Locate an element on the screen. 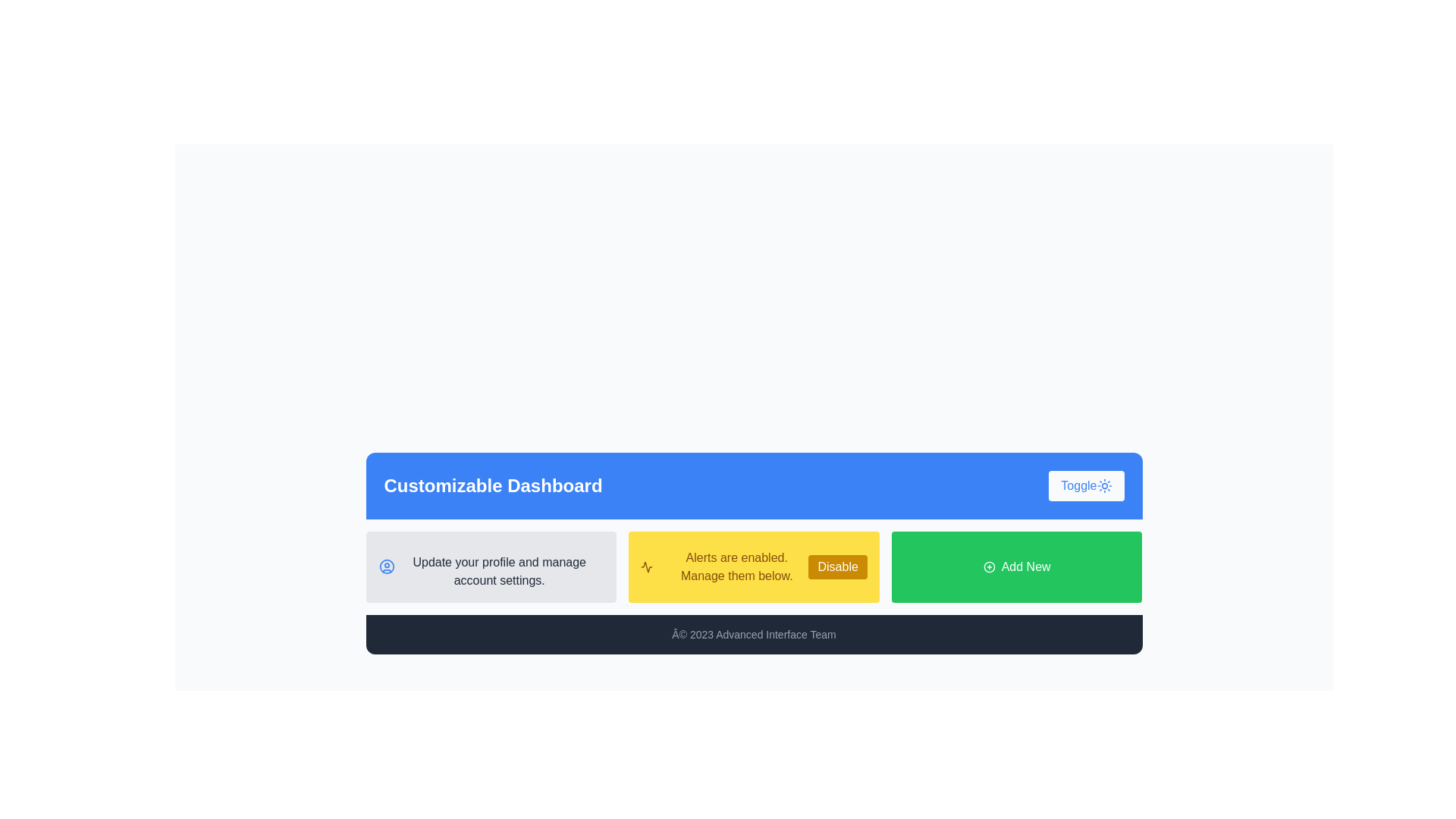 The width and height of the screenshot is (1456, 819). the informational card that guides users to update their profile or manage account settings, located in the first column of a three-column layout is located at coordinates (491, 567).